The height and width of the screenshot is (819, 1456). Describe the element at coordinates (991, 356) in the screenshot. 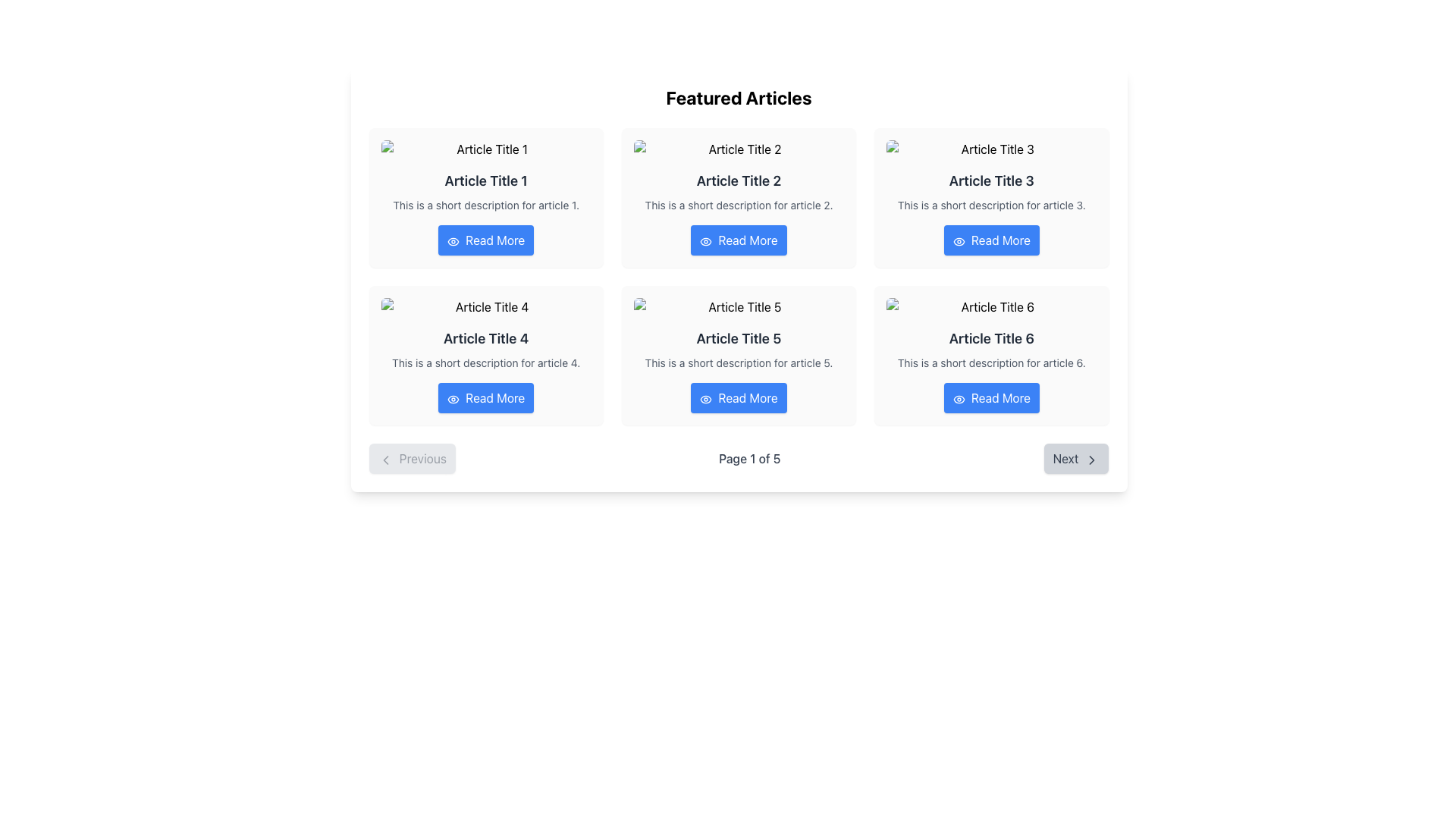

I see `the 'Read More' button on the article preview card located in the third column of the second row of the grid layout` at that location.